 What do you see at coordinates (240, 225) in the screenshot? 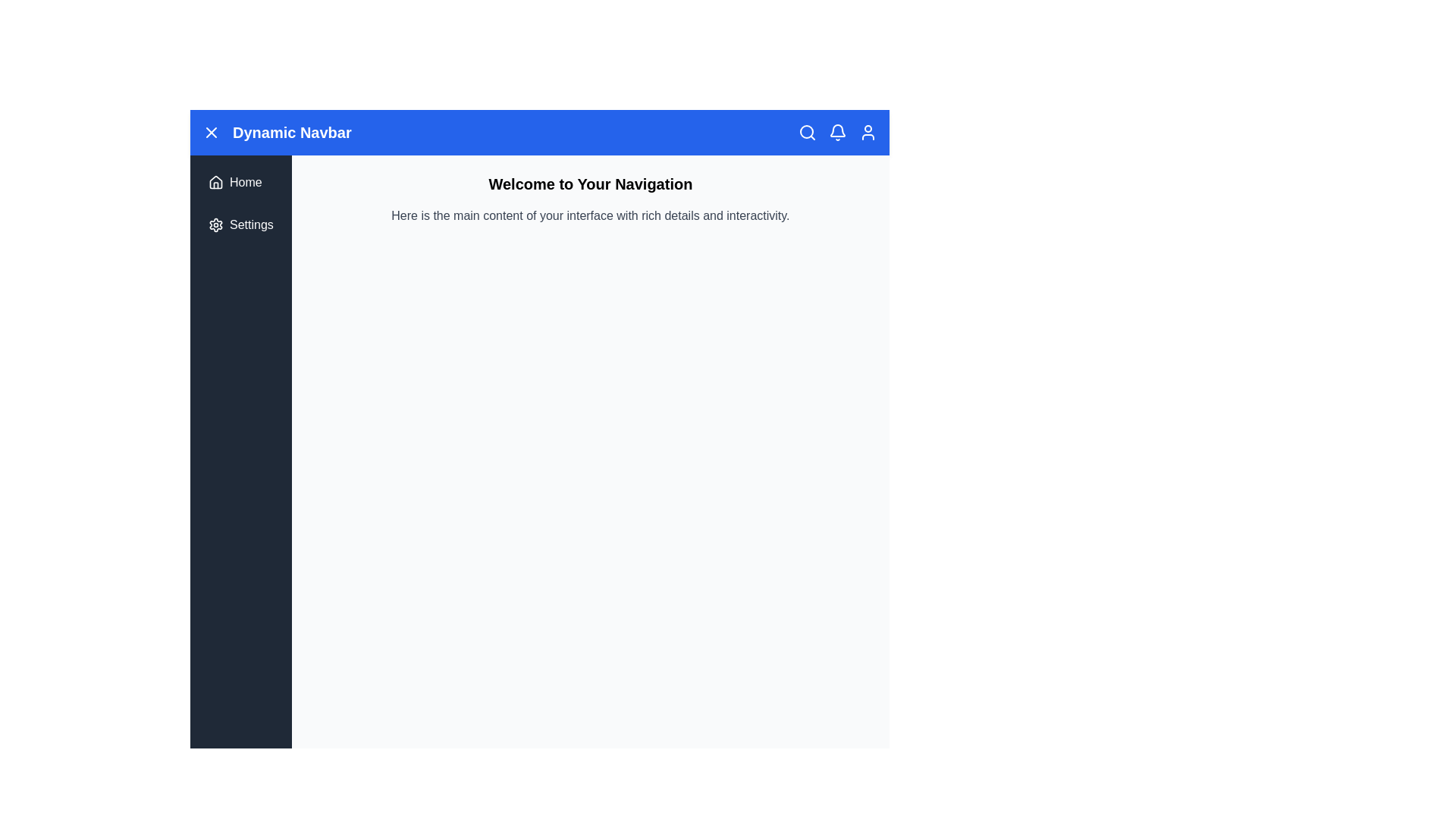
I see `the 'Settings' navigation link, which features a gear-like icon on the left and is highlighted when hovered, located in the vertical navigation bar below 'Home'` at bounding box center [240, 225].